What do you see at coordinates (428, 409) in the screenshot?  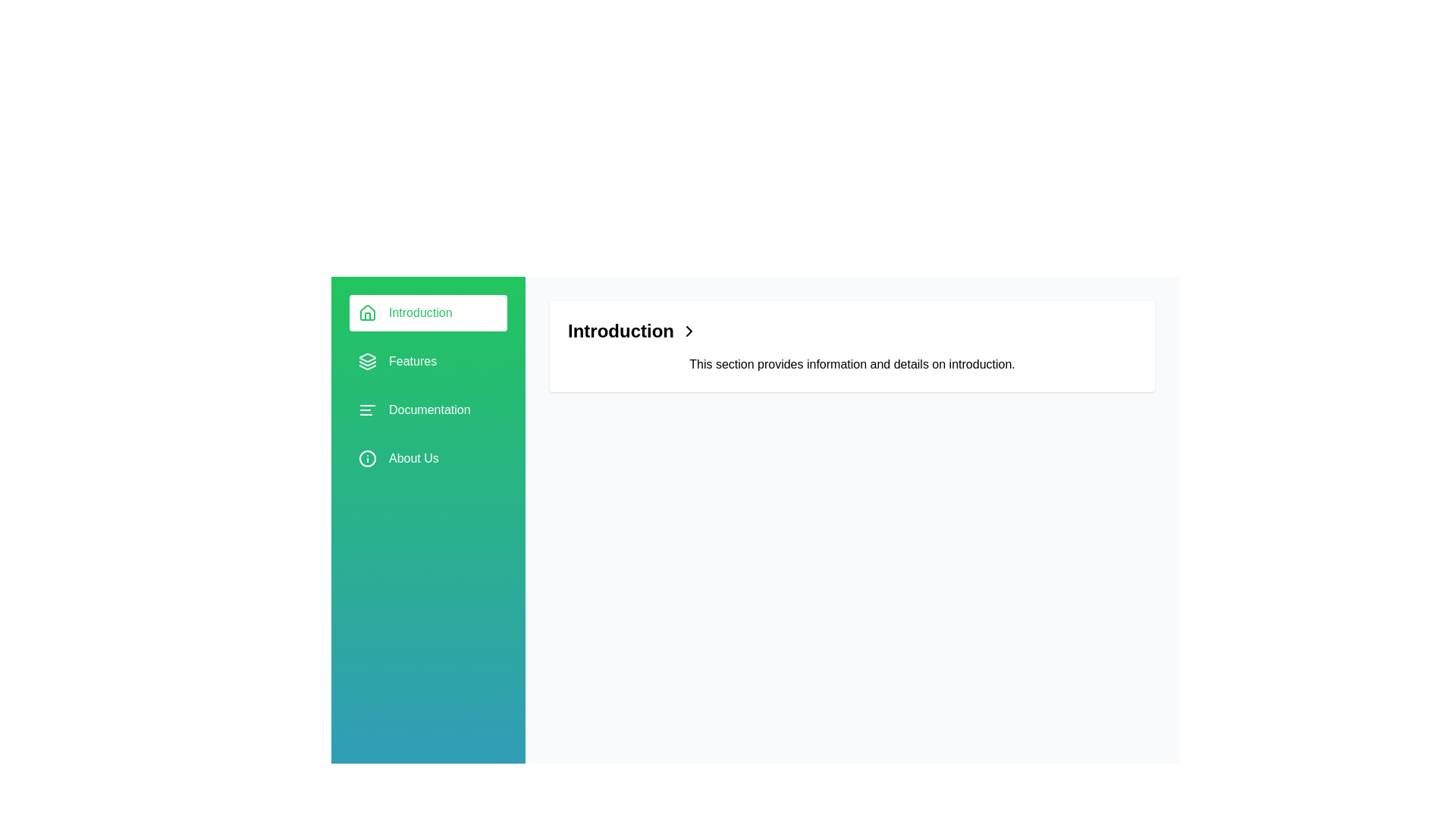 I see `the 'Documentation' text element in the sidebar menu` at bounding box center [428, 409].